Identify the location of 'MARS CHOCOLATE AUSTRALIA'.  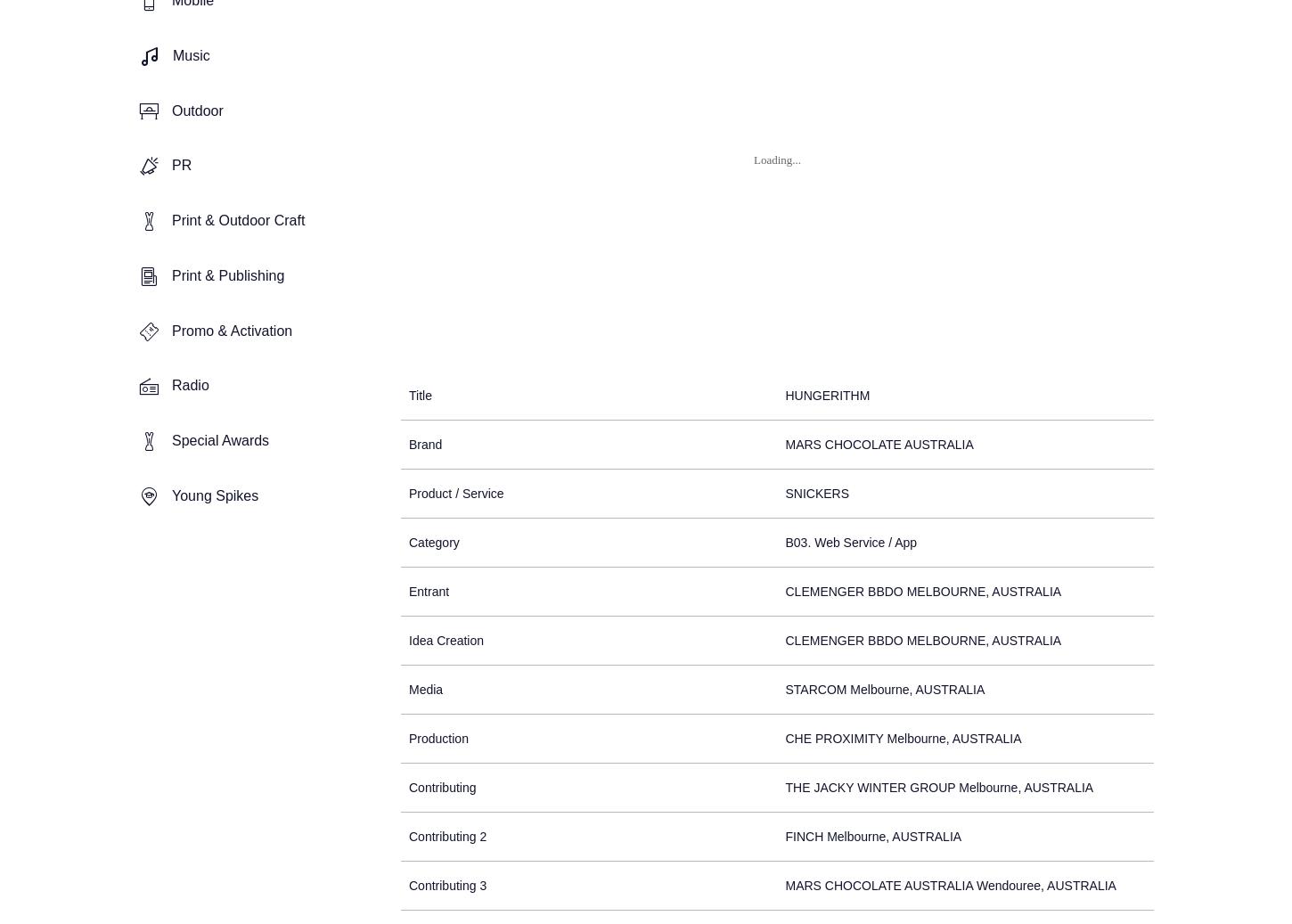
(784, 442).